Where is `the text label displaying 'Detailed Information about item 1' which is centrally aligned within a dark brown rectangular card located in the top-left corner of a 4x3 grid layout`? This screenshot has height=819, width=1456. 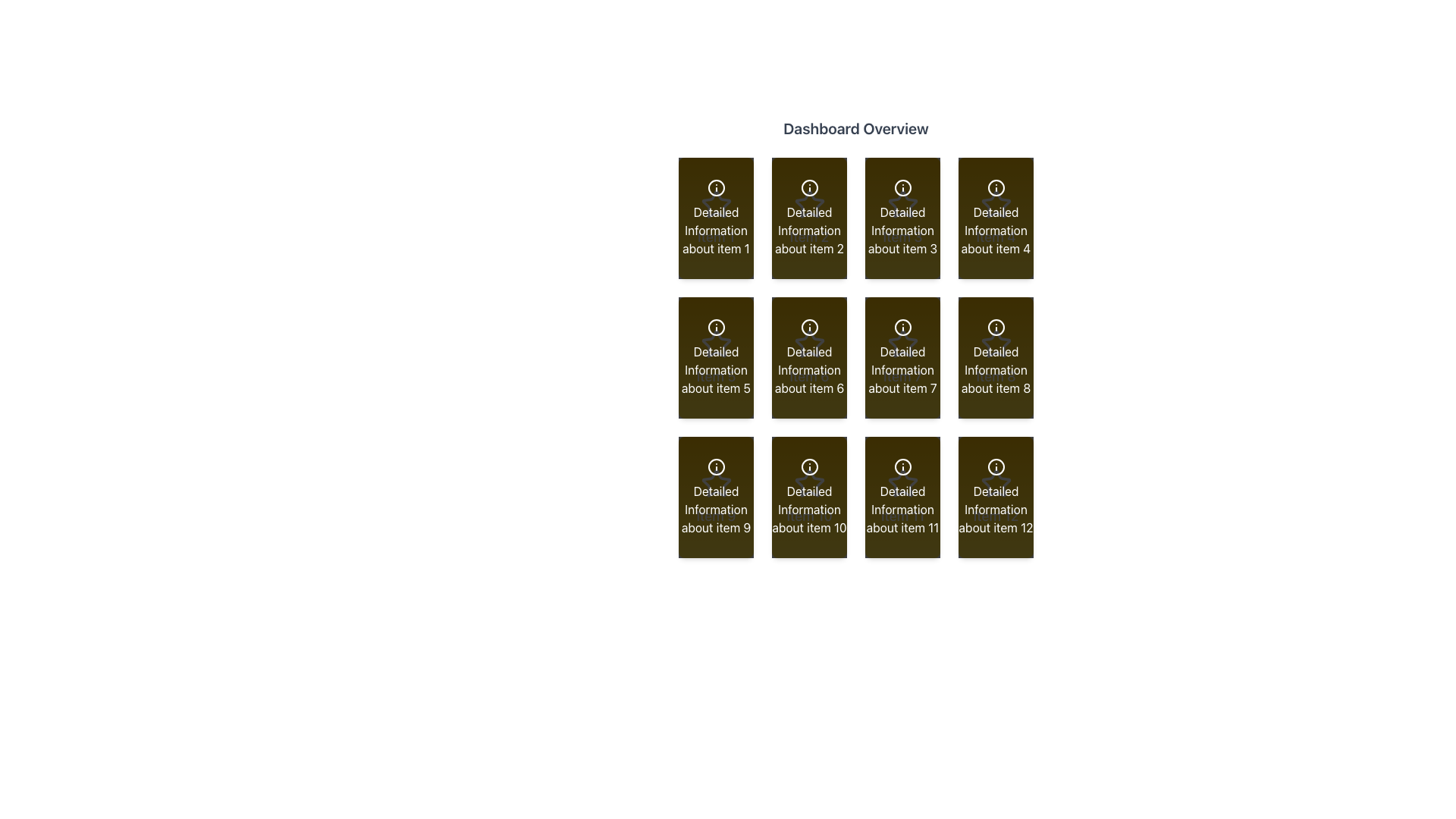
the text label displaying 'Detailed Information about item 1' which is centrally aligned within a dark brown rectangular card located in the top-left corner of a 4x3 grid layout is located at coordinates (715, 231).